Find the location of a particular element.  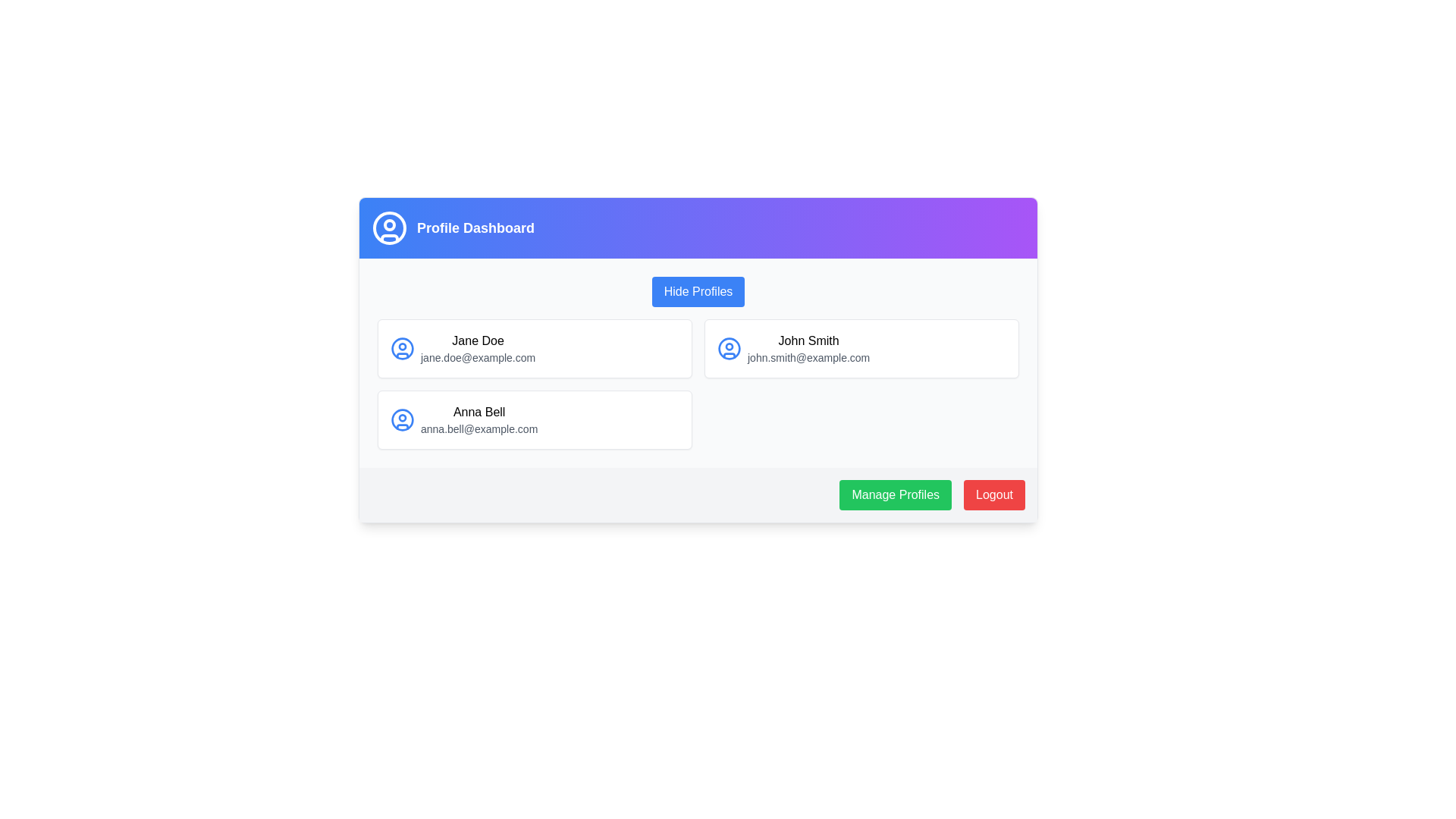

the Text Display Block that shows the user's profile name and email address, located in the first card of the left-aligned card group is located at coordinates (477, 348).